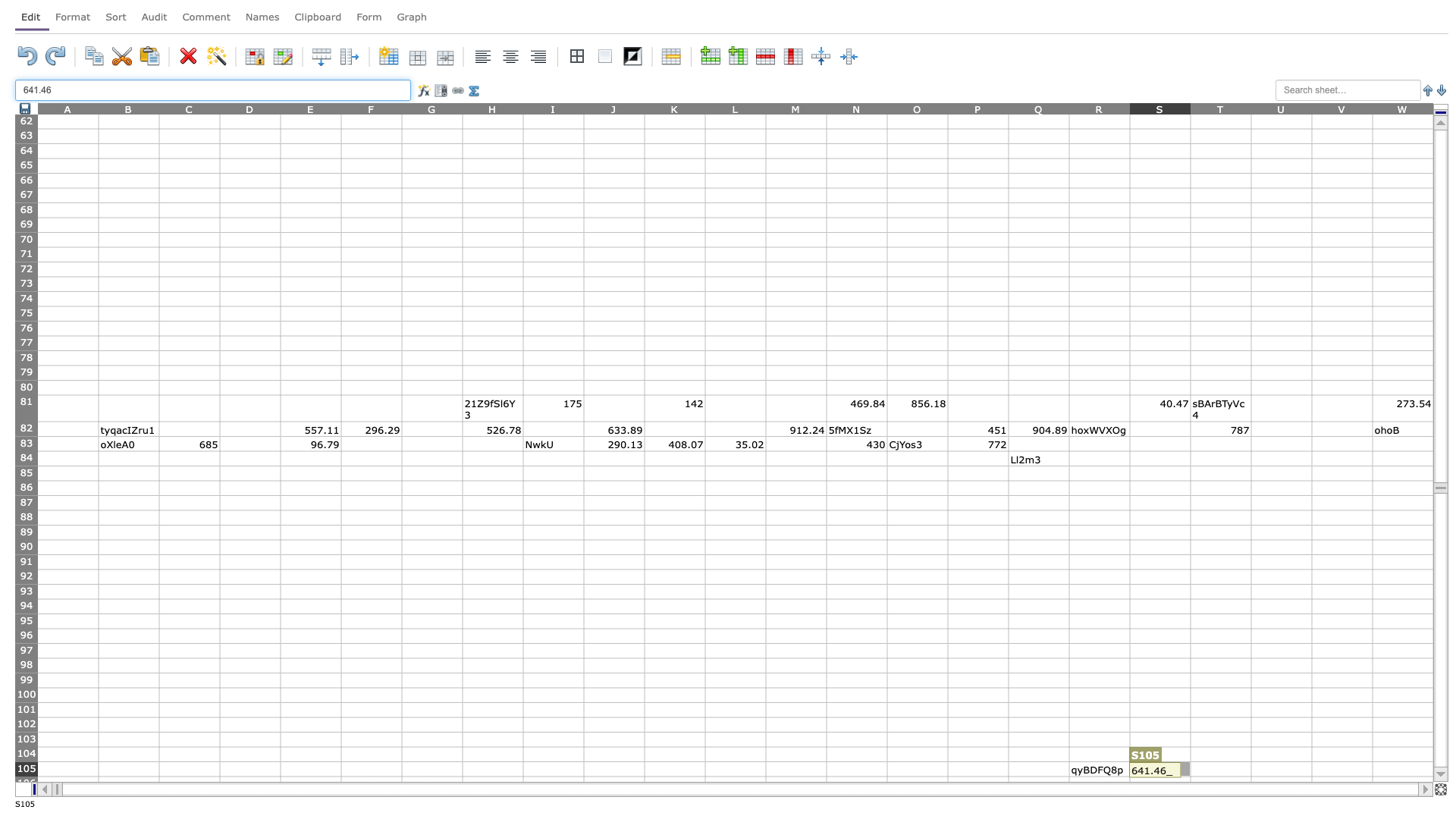  Describe the element at coordinates (1310, 769) in the screenshot. I see `Right side boundary of U105` at that location.